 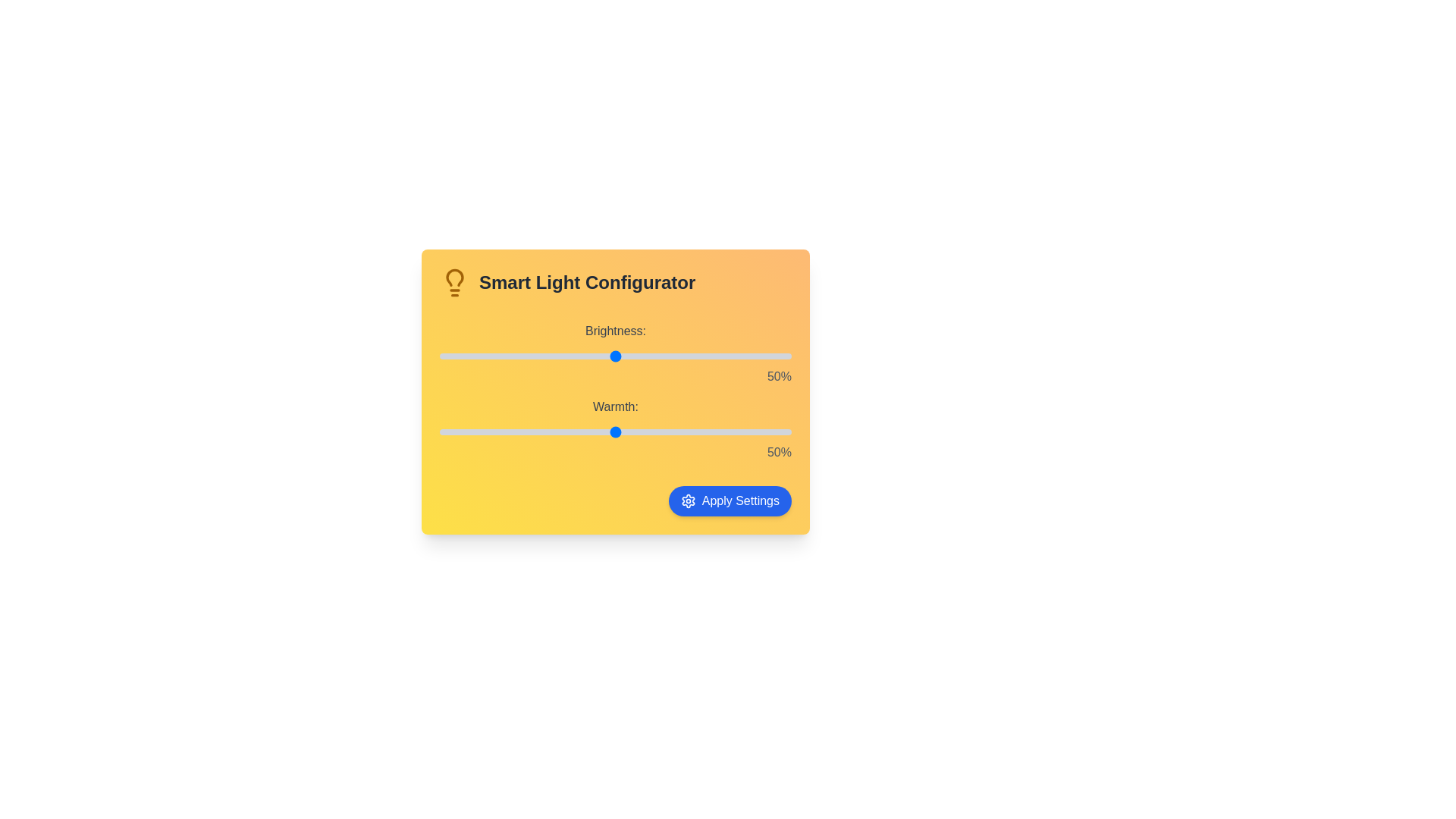 What do you see at coordinates (510, 356) in the screenshot?
I see `the brightness` at bounding box center [510, 356].